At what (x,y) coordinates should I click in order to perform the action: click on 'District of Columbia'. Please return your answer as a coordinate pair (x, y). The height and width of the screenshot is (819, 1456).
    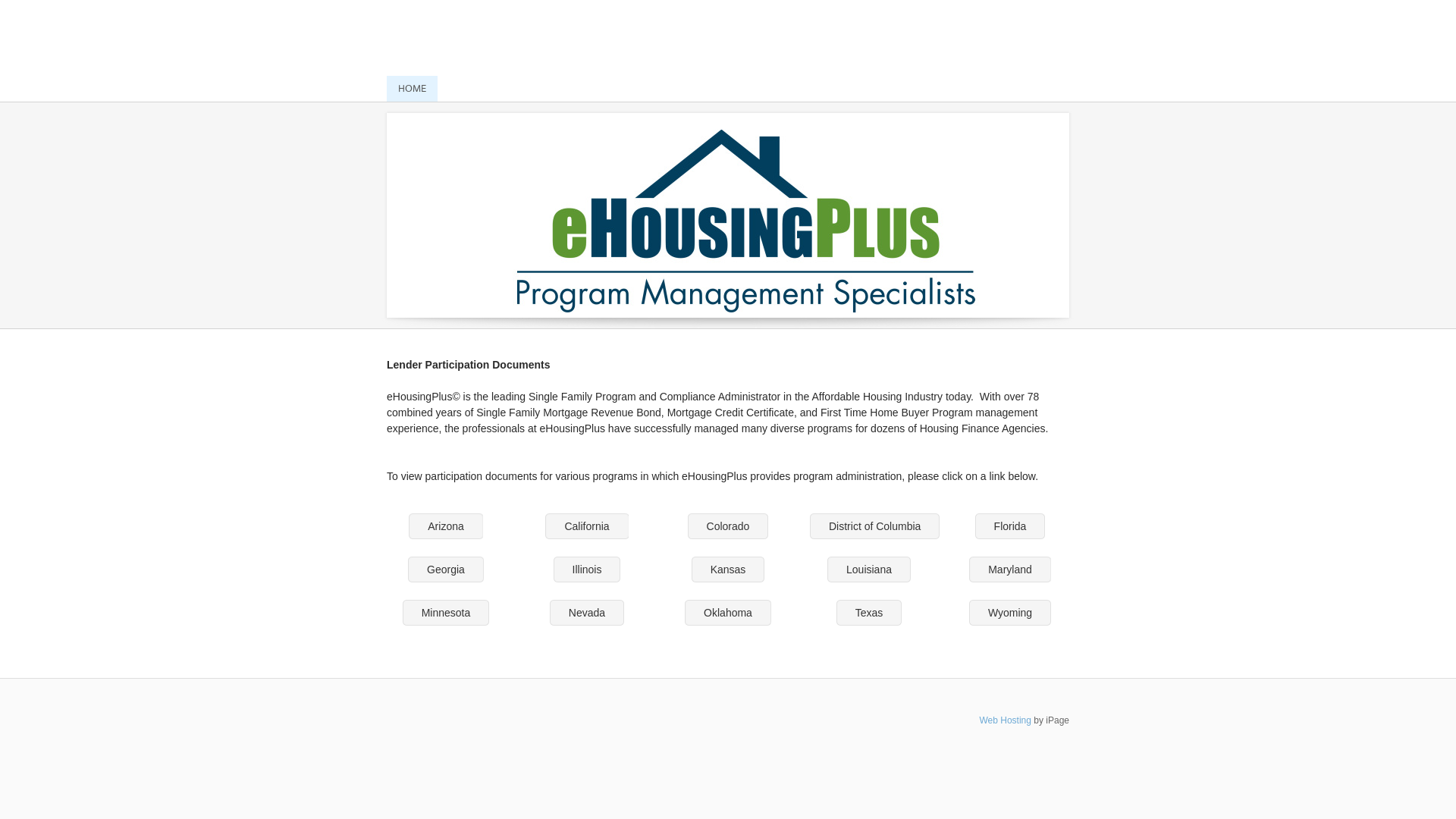
    Looking at the image, I should click on (874, 526).